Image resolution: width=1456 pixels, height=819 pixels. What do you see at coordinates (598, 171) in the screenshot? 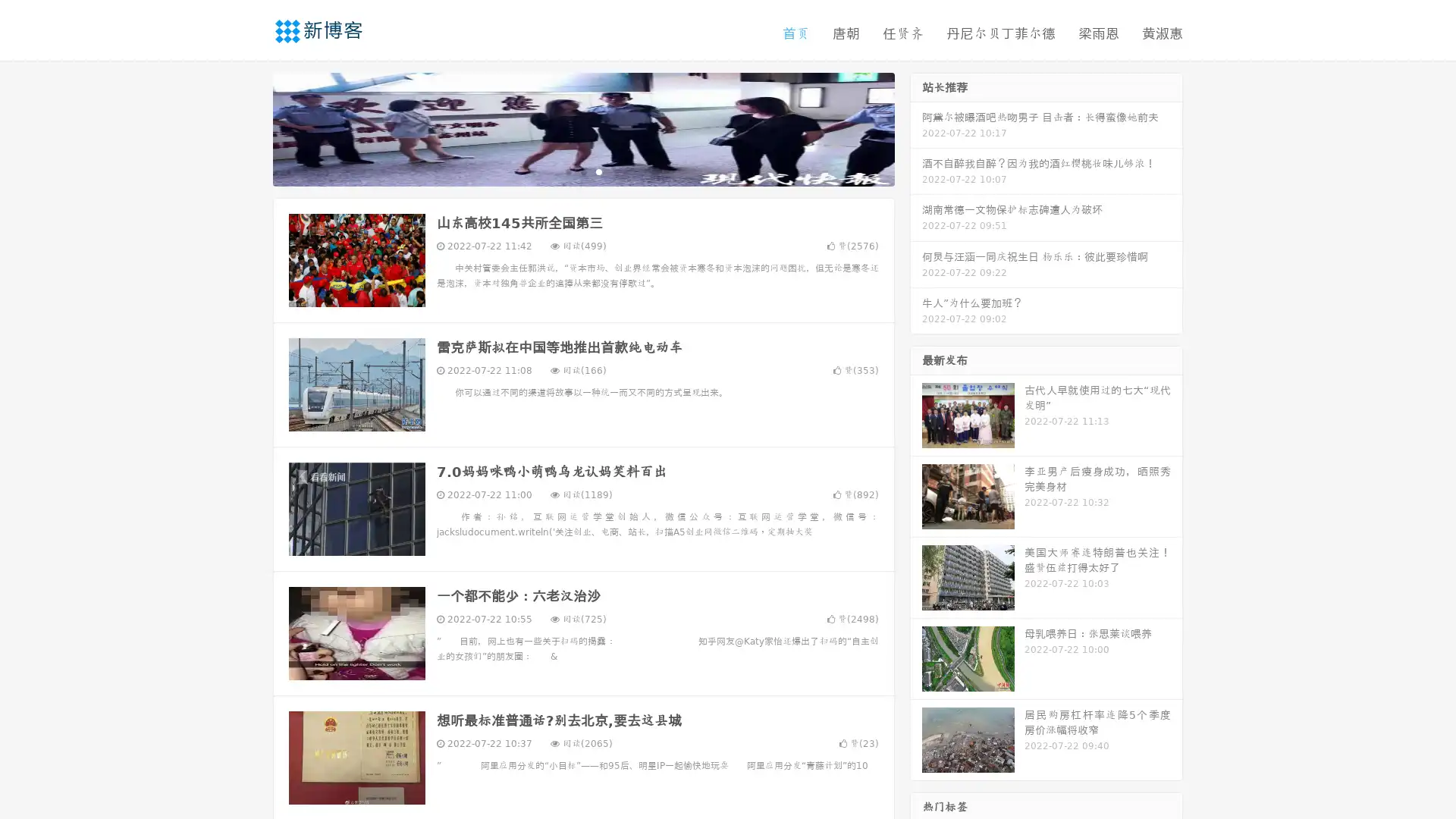
I see `Go to slide 3` at bounding box center [598, 171].